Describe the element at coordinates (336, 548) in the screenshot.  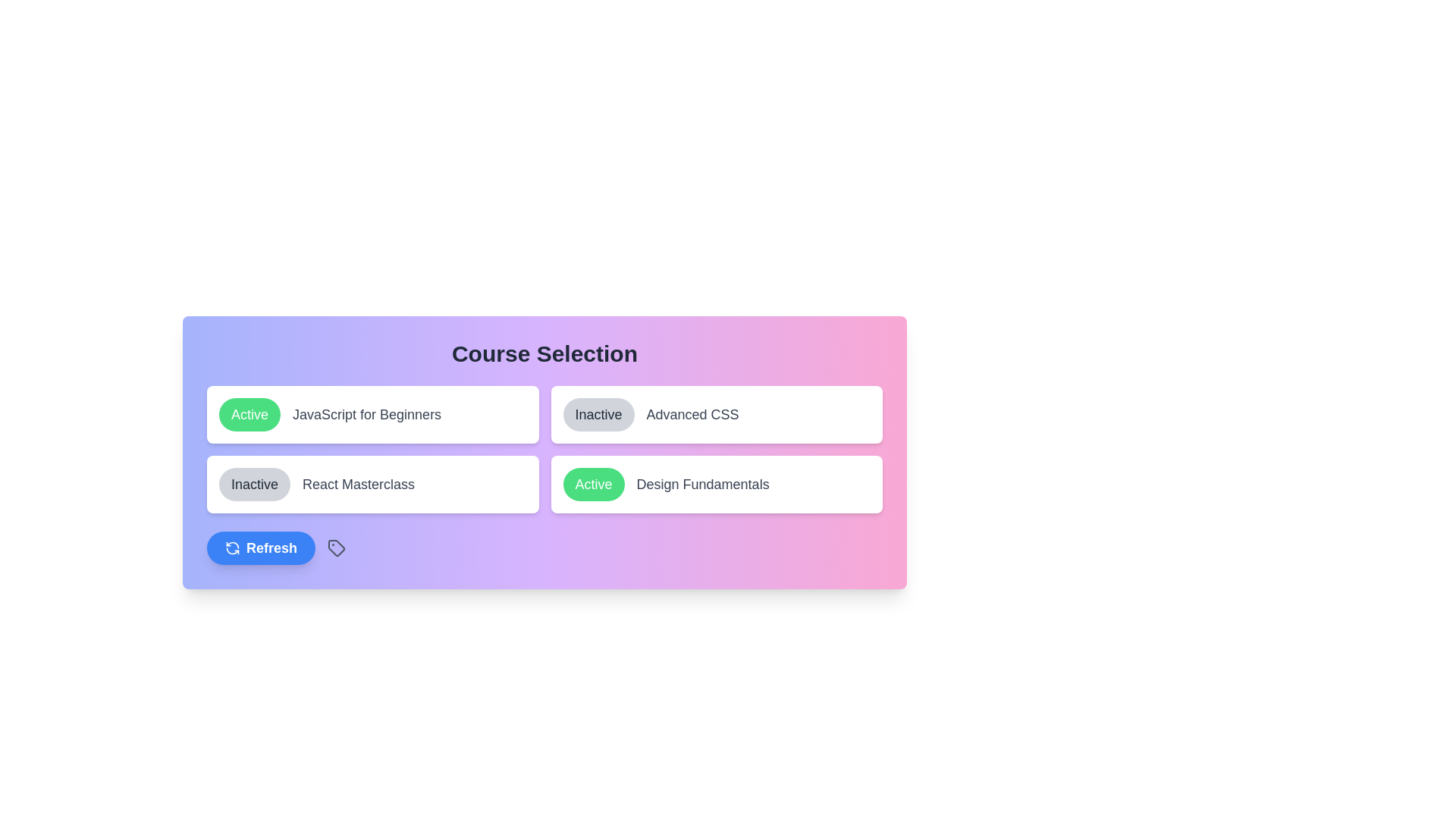
I see `the tag icon located to the right of the blue 'Refresh' button in the bottom section of the layout` at that location.